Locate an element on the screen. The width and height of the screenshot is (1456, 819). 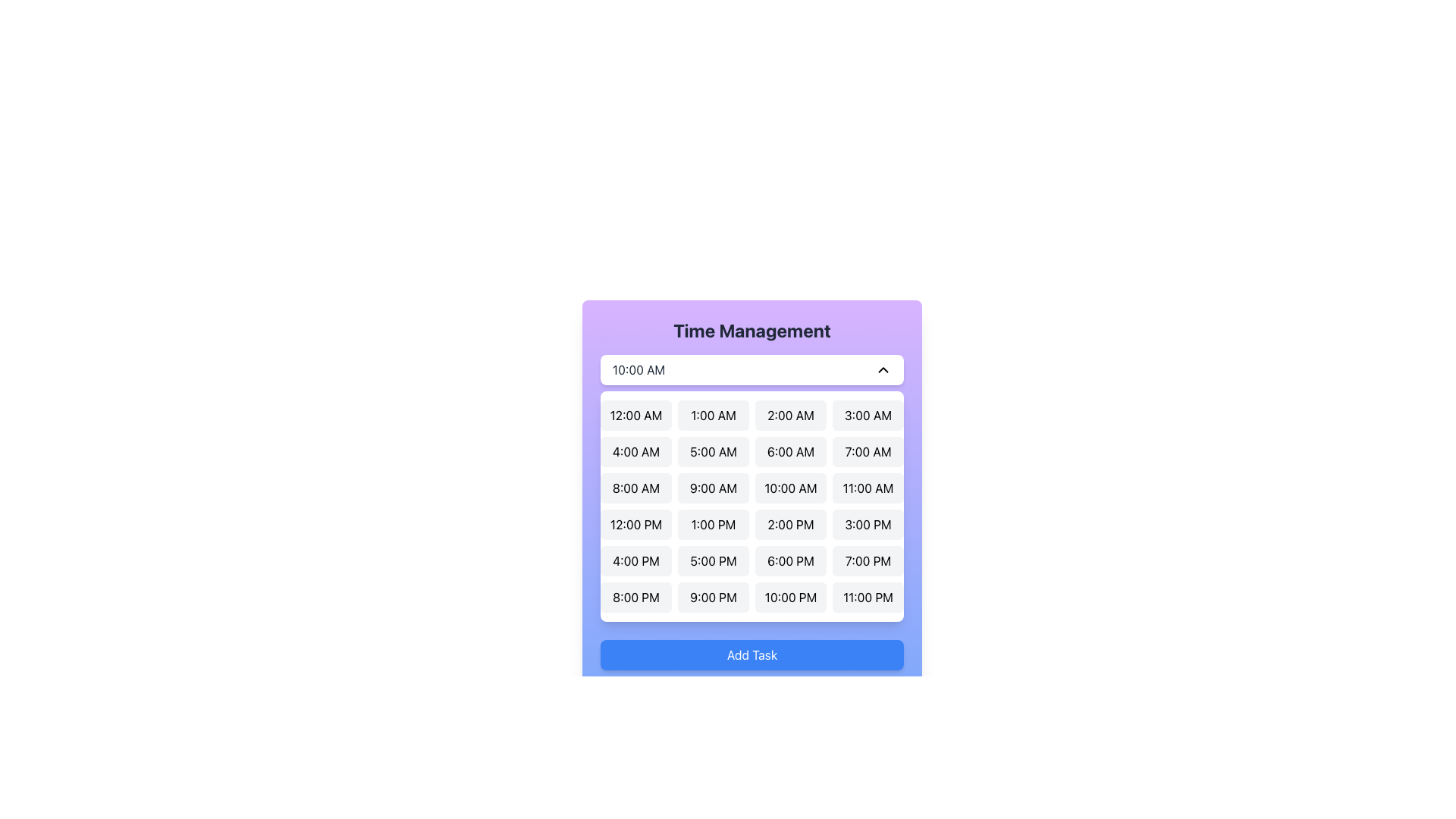
the rectangular button labeled '3:00 AM' with rounded corners is located at coordinates (868, 415).